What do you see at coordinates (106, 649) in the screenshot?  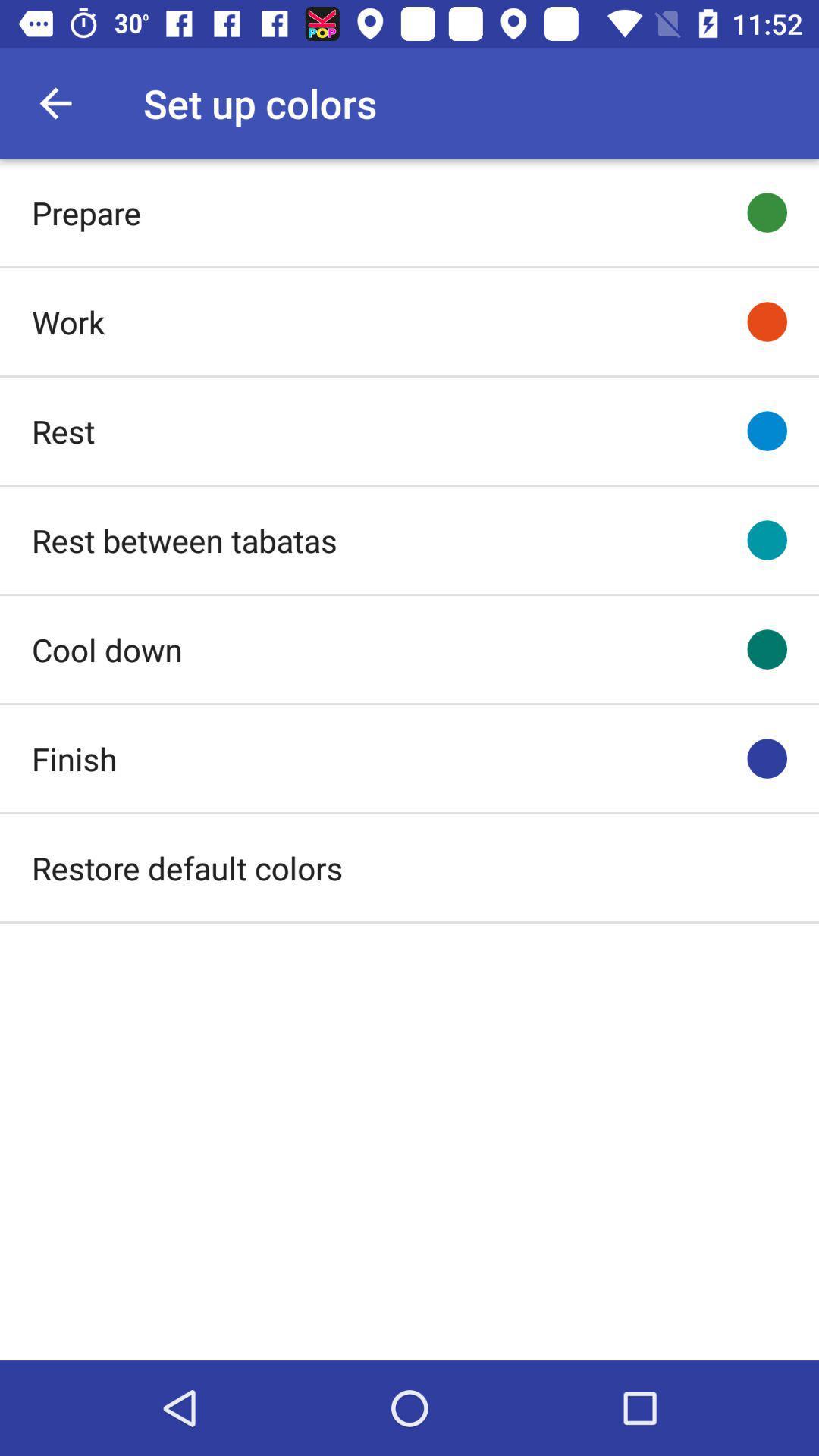 I see `the cool down` at bounding box center [106, 649].